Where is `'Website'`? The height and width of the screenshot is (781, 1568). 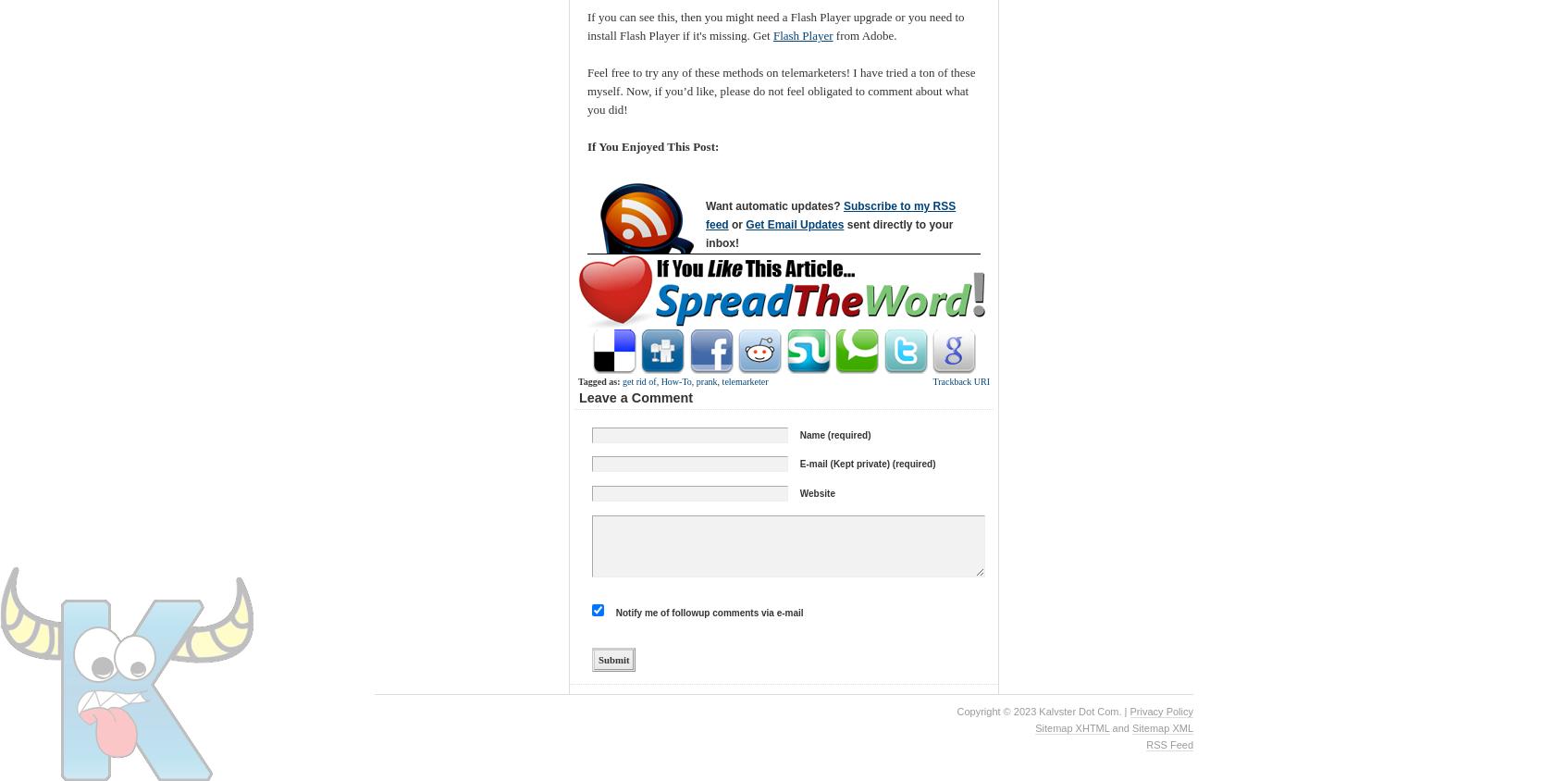
'Website' is located at coordinates (815, 493).